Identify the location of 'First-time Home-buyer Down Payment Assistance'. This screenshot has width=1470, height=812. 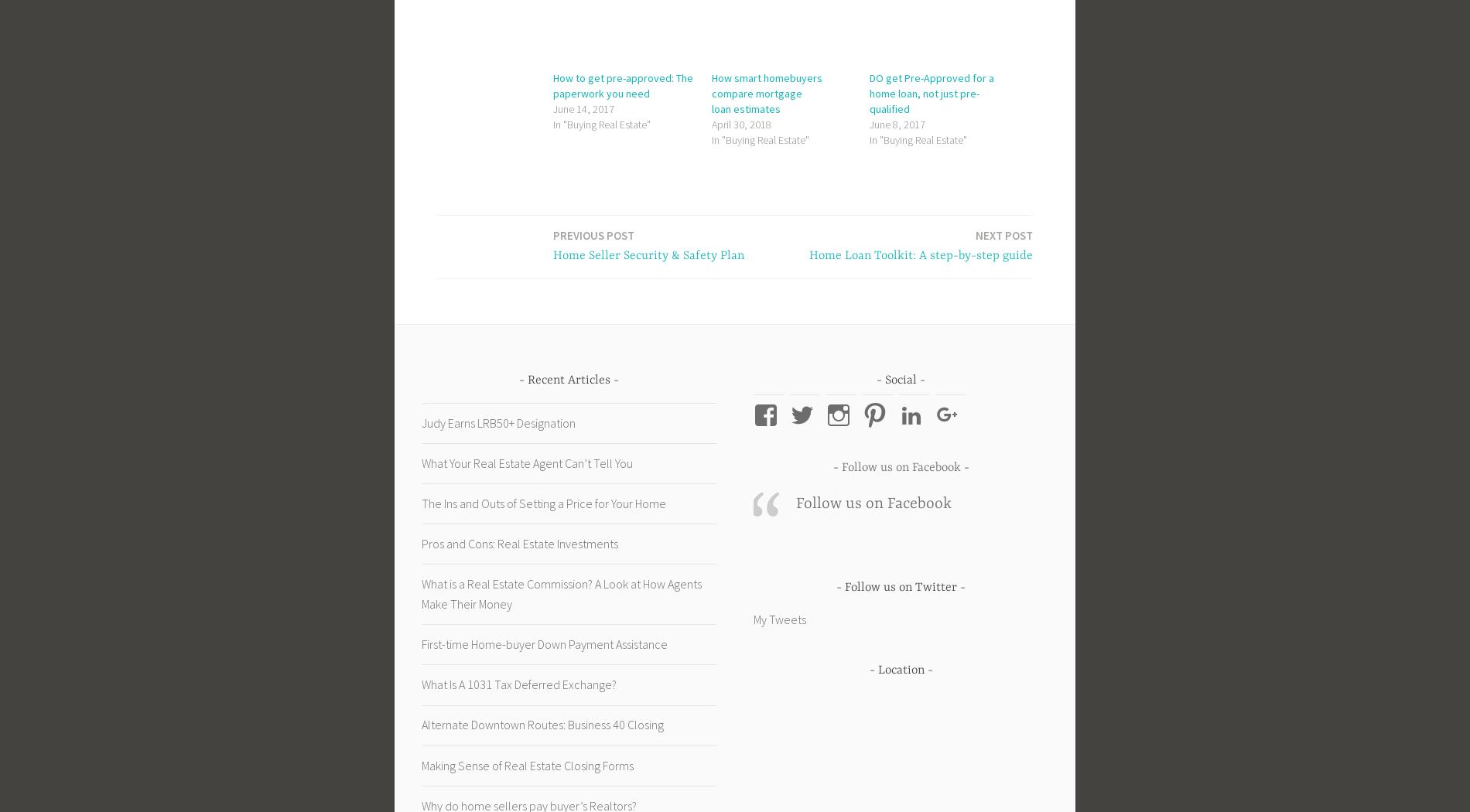
(421, 643).